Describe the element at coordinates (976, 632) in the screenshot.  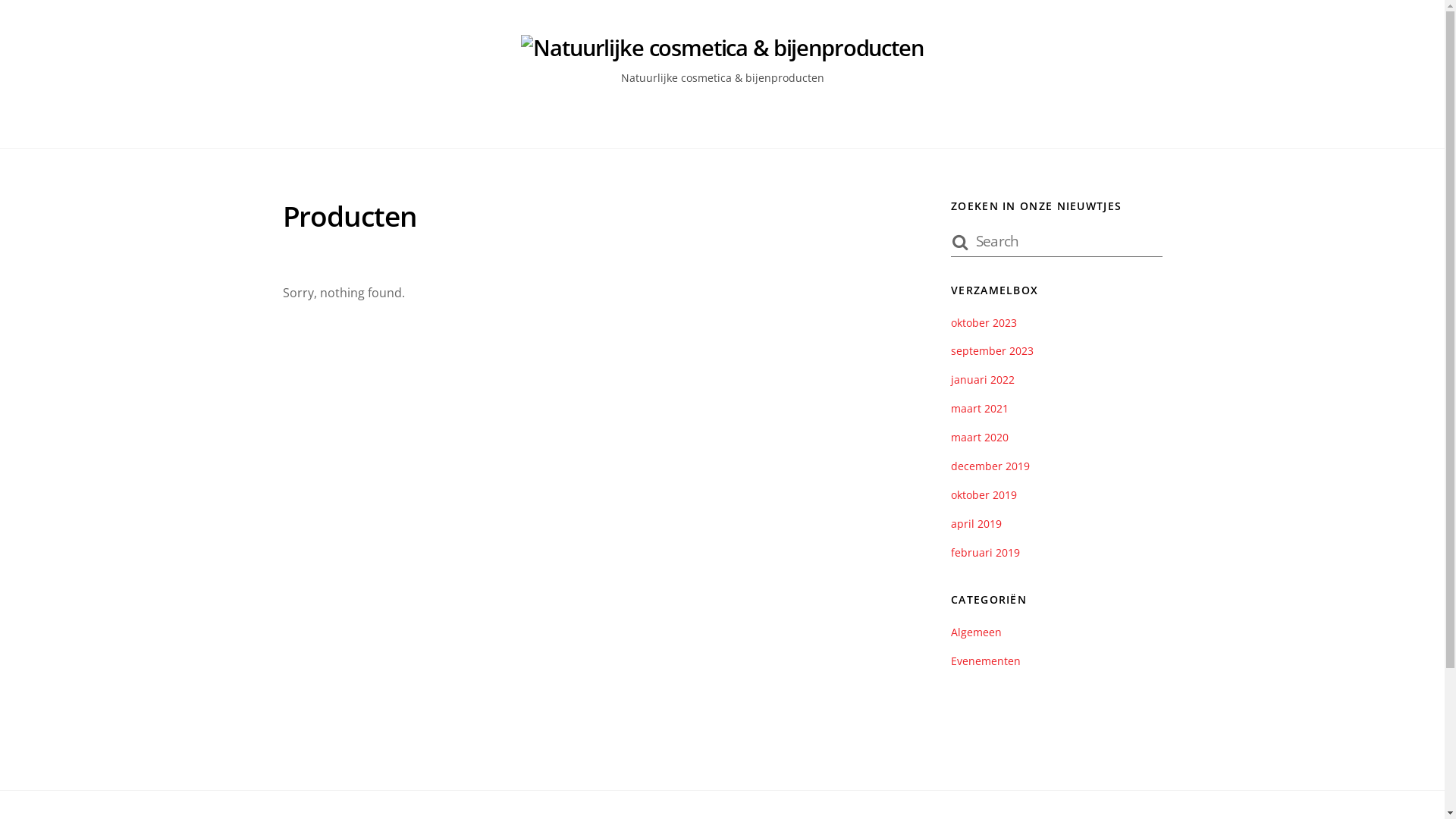
I see `'Algemeen'` at that location.